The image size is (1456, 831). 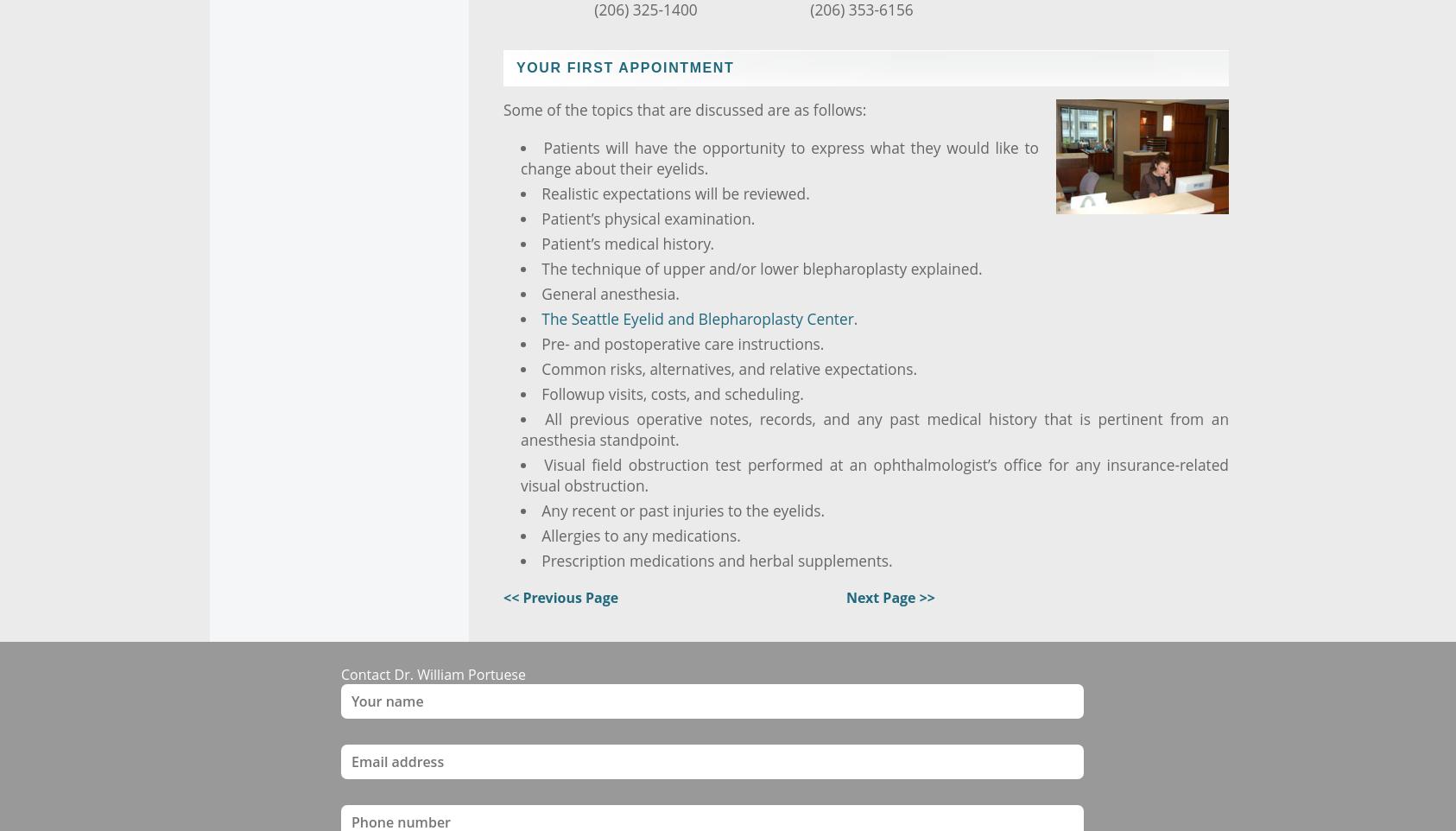 What do you see at coordinates (641, 534) in the screenshot?
I see `'Allergies to any medications.'` at bounding box center [641, 534].